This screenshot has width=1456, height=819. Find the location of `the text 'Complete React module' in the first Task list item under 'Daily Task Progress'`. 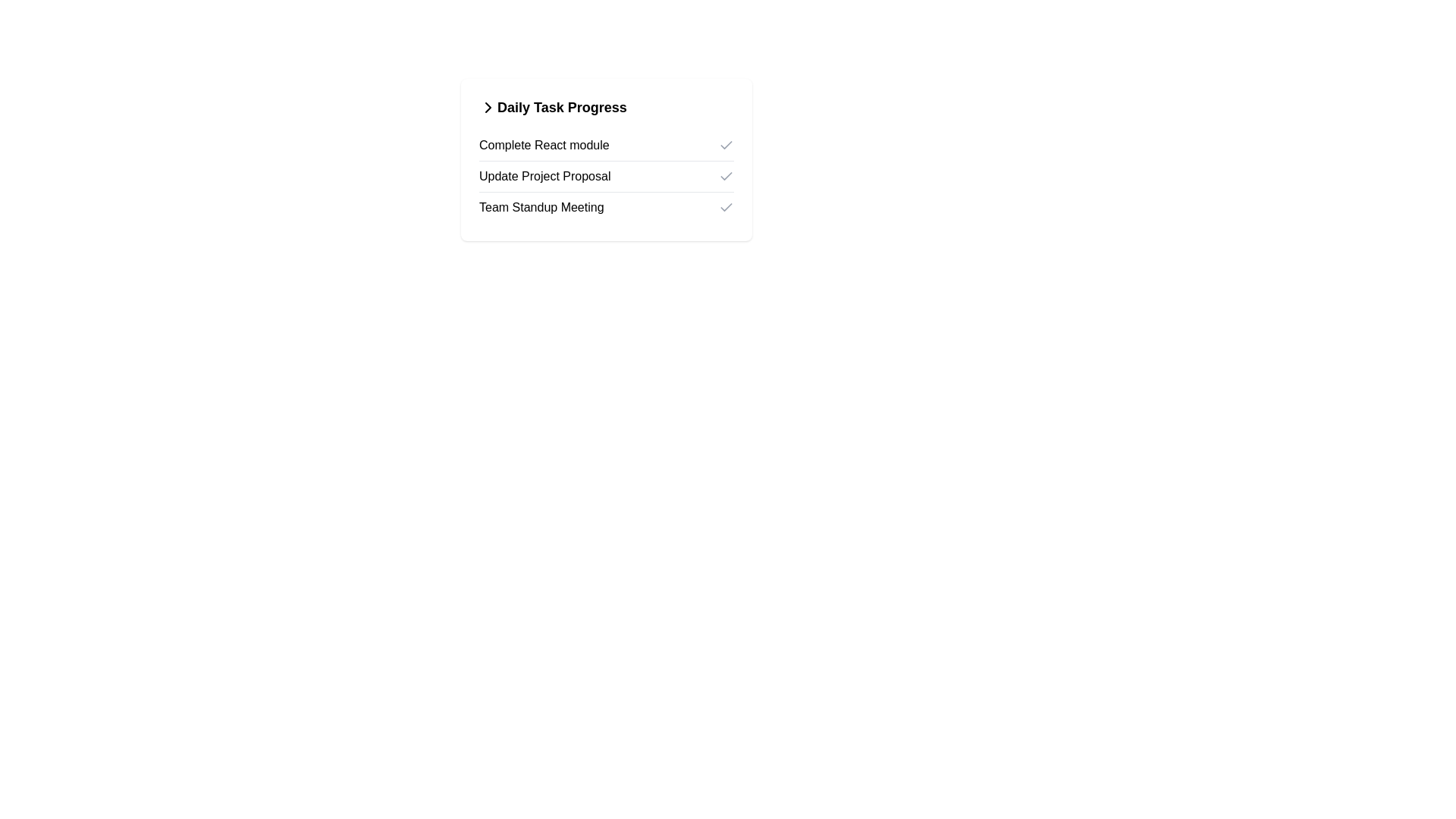

the text 'Complete React module' in the first Task list item under 'Daily Task Progress' is located at coordinates (607, 146).